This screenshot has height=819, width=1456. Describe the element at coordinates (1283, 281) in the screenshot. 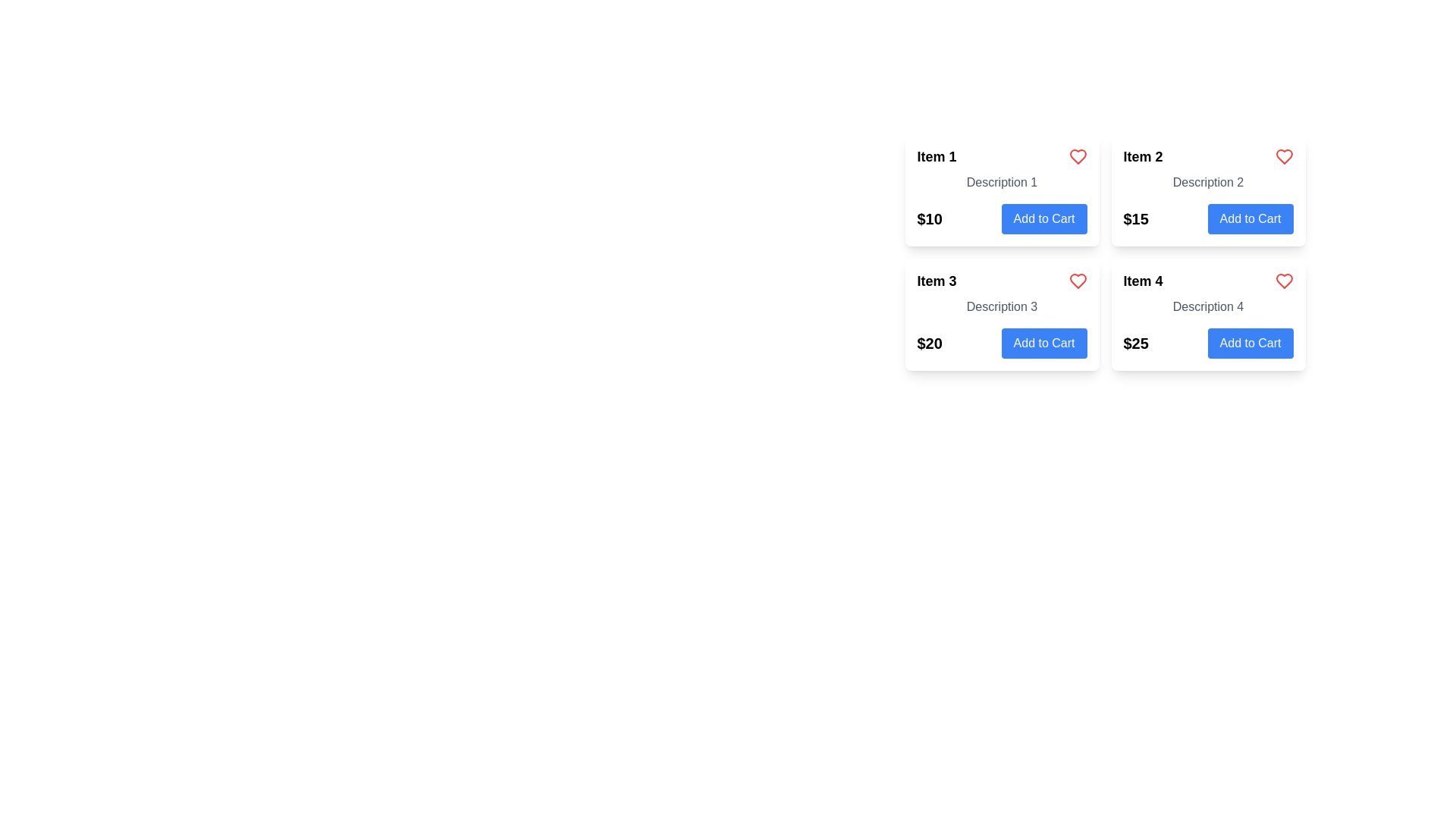

I see `the favorite icon button located at the top-right corner of 'Item 4' card` at that location.